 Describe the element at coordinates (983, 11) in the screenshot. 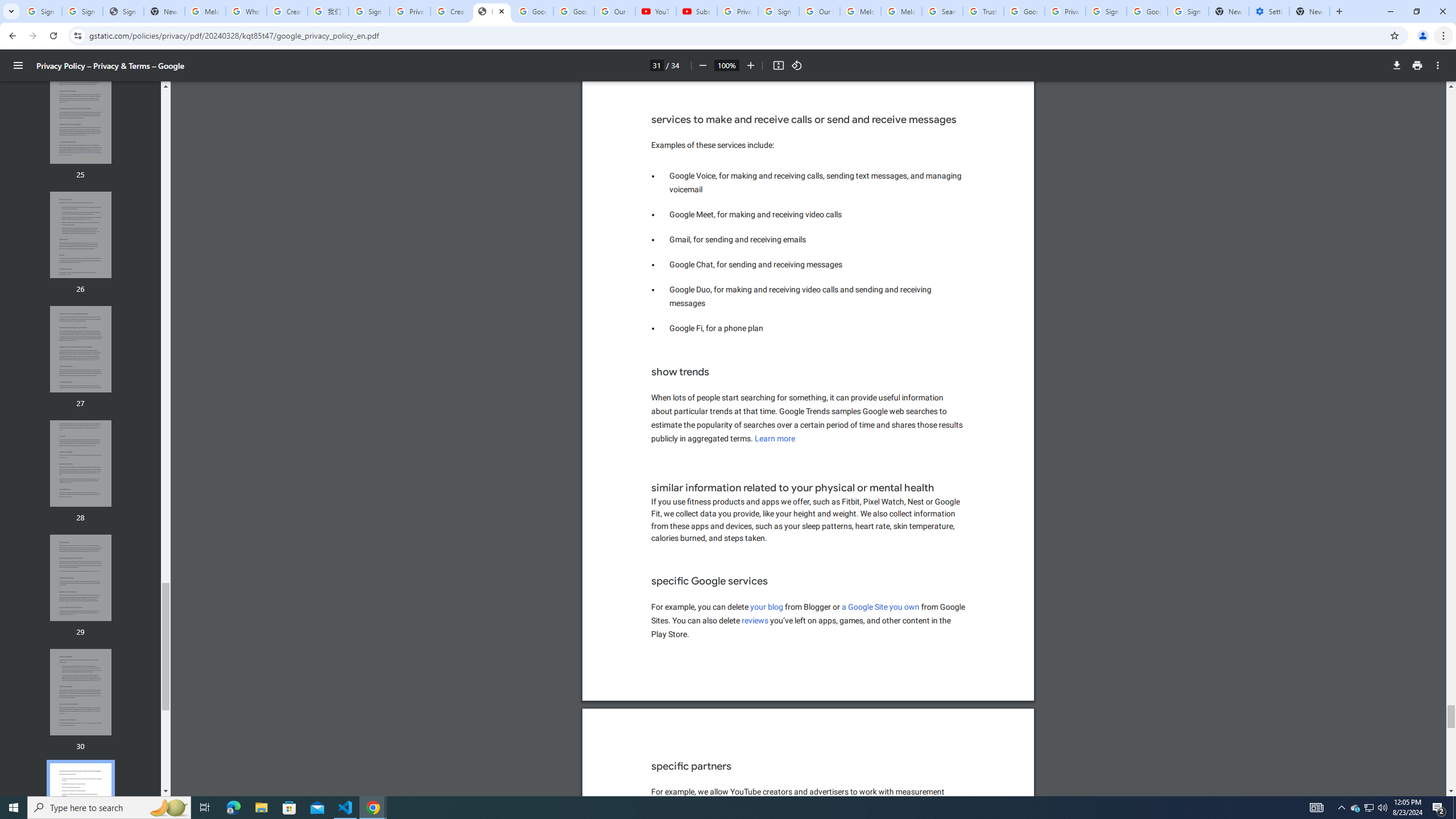

I see `'Trusted Information and Content - Google Safety Center'` at that location.